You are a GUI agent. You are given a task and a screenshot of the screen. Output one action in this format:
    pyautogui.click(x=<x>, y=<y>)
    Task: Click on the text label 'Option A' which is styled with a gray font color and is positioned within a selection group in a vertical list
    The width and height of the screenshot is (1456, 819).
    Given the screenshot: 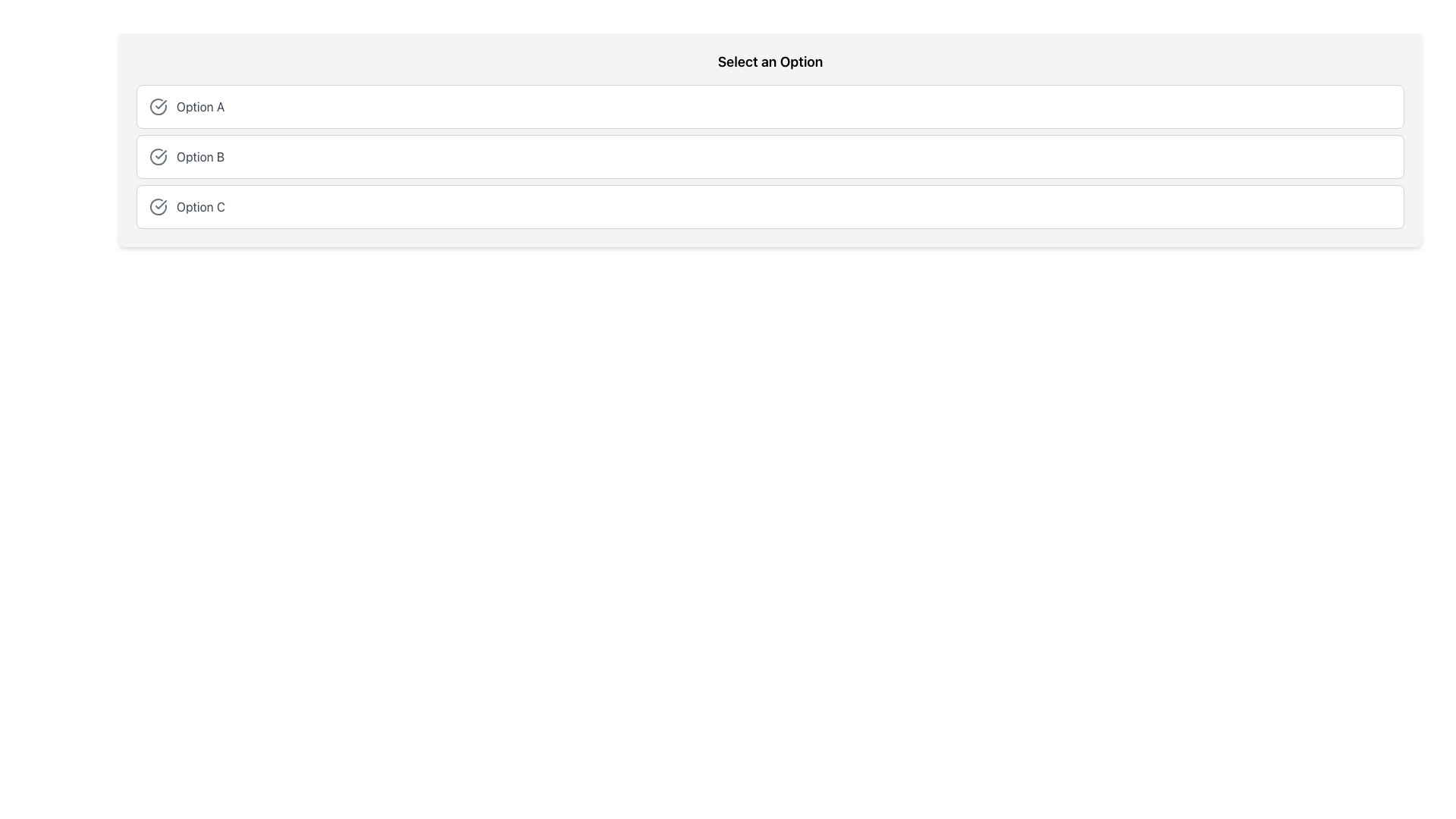 What is the action you would take?
    pyautogui.click(x=199, y=106)
    